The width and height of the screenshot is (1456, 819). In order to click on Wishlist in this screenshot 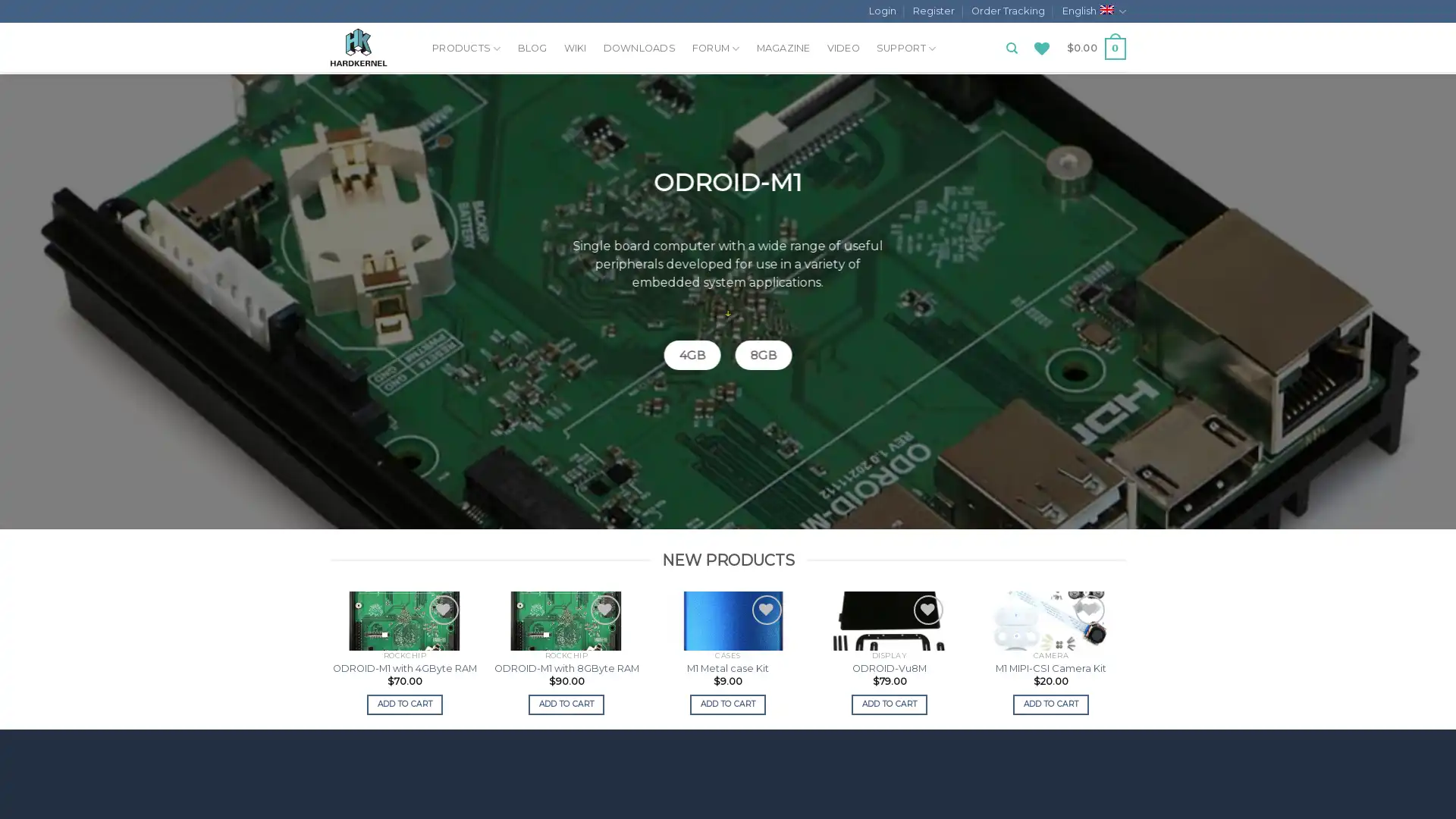, I will do `click(766, 609)`.